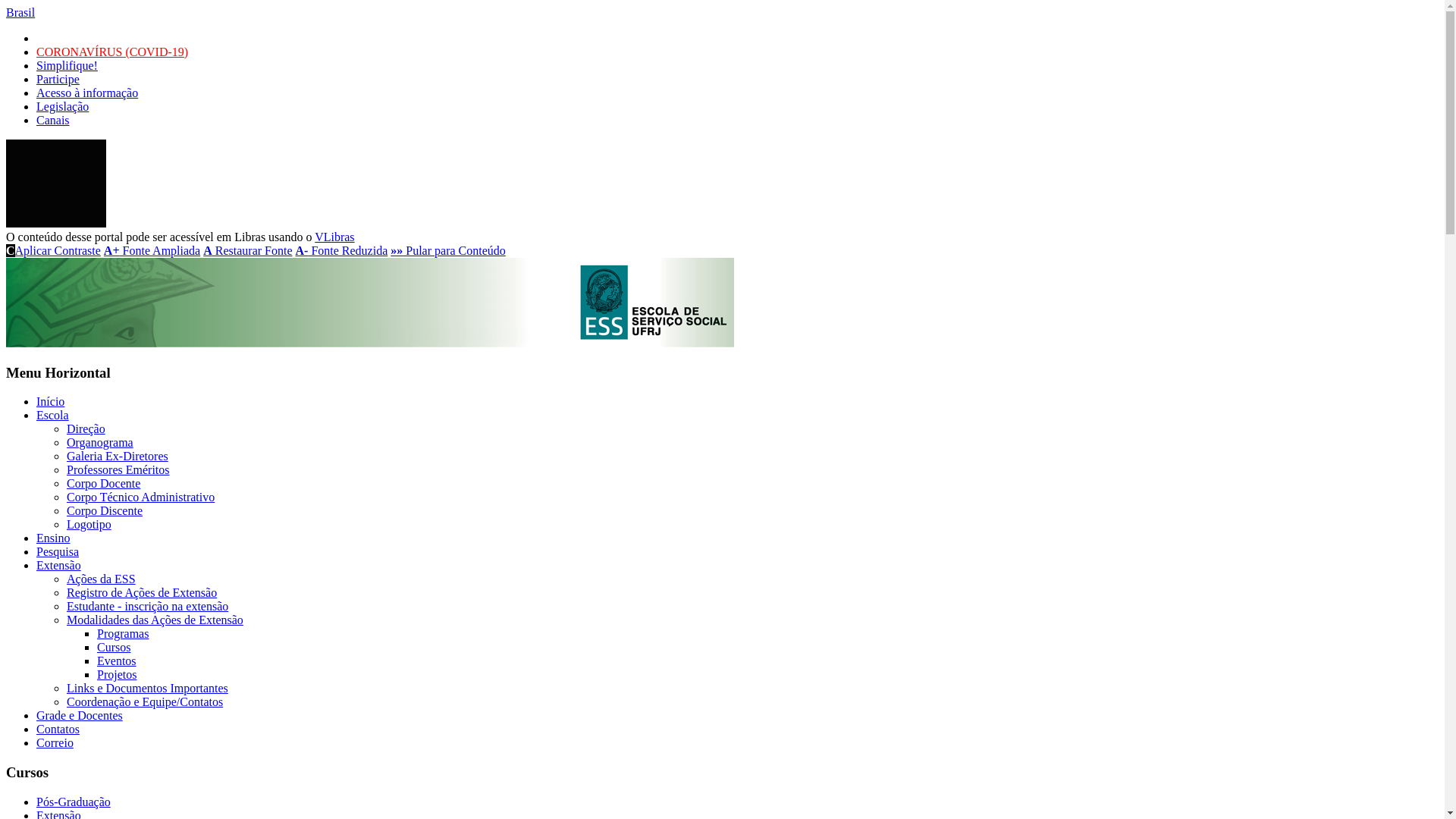  I want to click on 'CAplicar Contraste', so click(53, 249).